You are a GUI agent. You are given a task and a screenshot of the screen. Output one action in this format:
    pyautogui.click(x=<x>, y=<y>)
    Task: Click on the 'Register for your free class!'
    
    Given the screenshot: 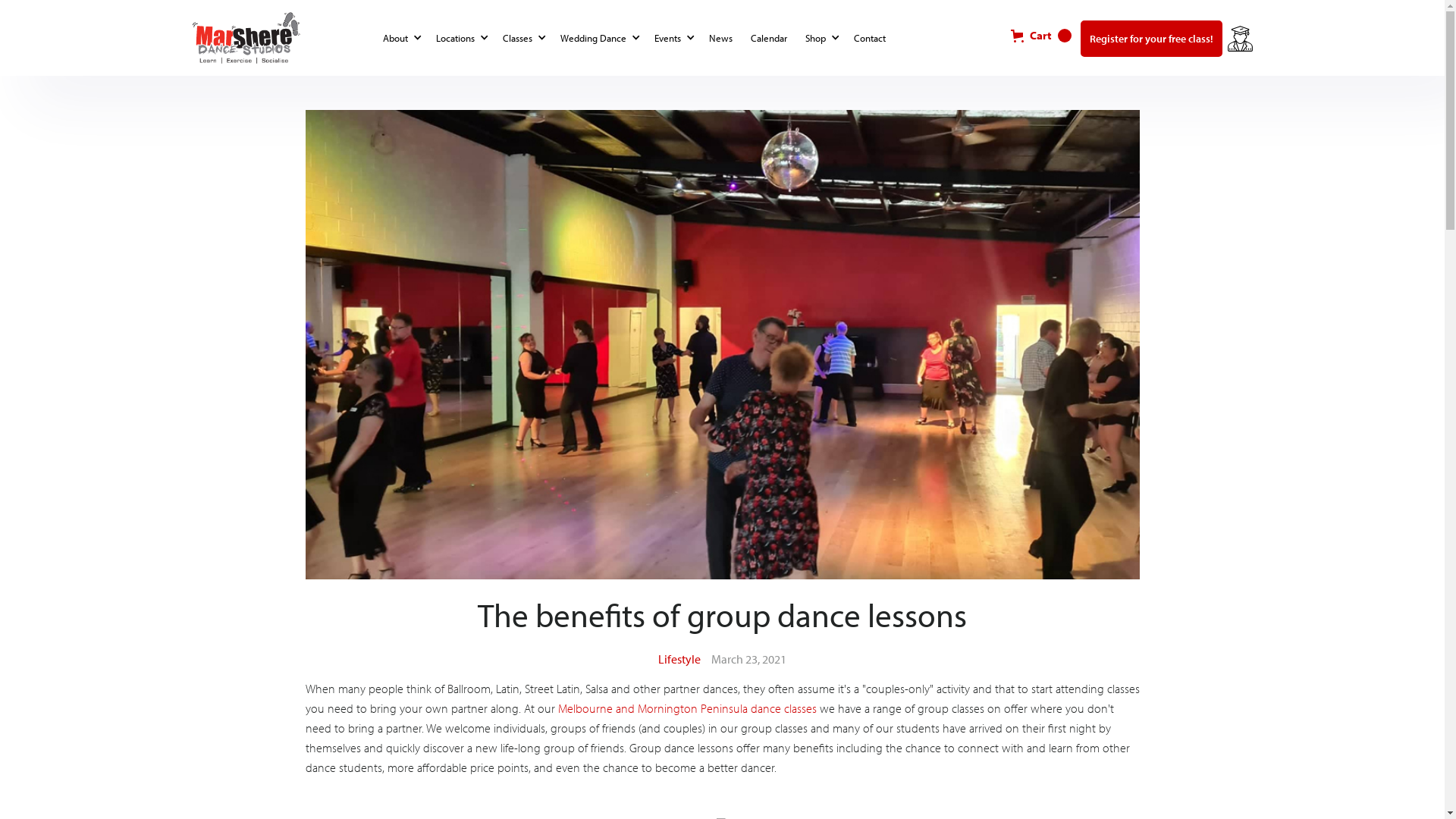 What is the action you would take?
    pyautogui.click(x=1150, y=37)
    